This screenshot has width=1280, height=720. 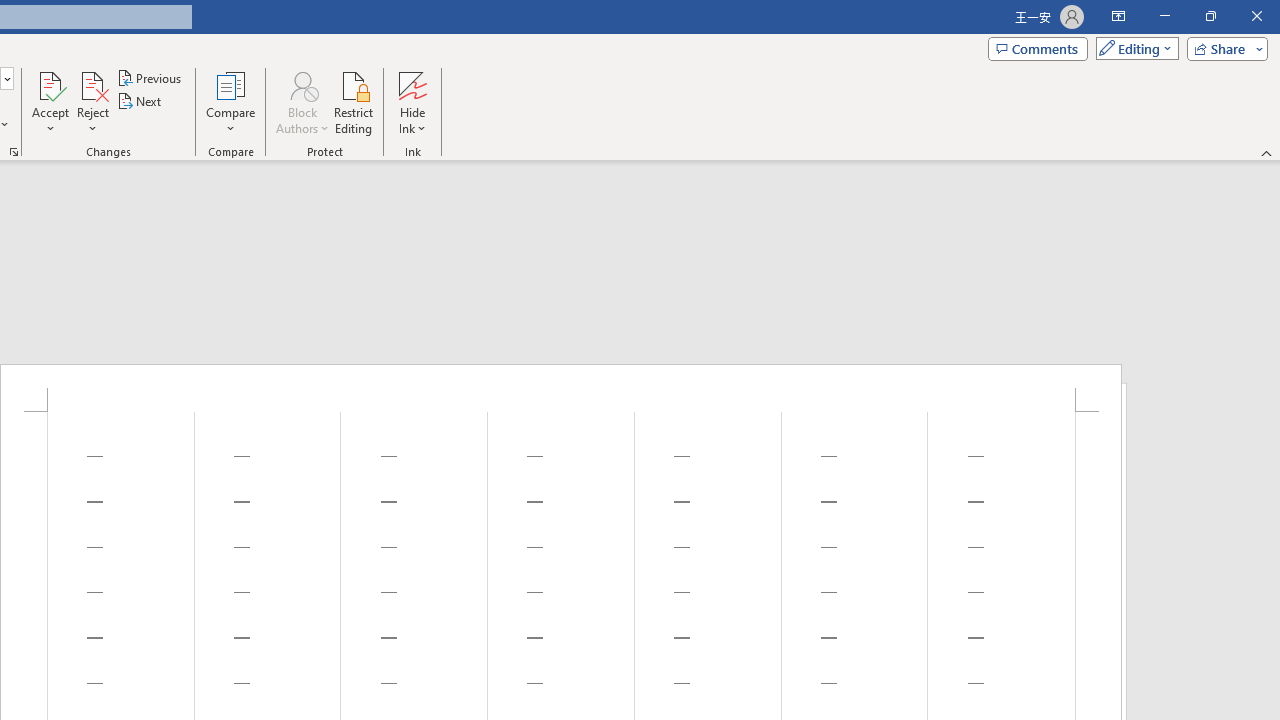 I want to click on 'Accept', so click(x=50, y=103).